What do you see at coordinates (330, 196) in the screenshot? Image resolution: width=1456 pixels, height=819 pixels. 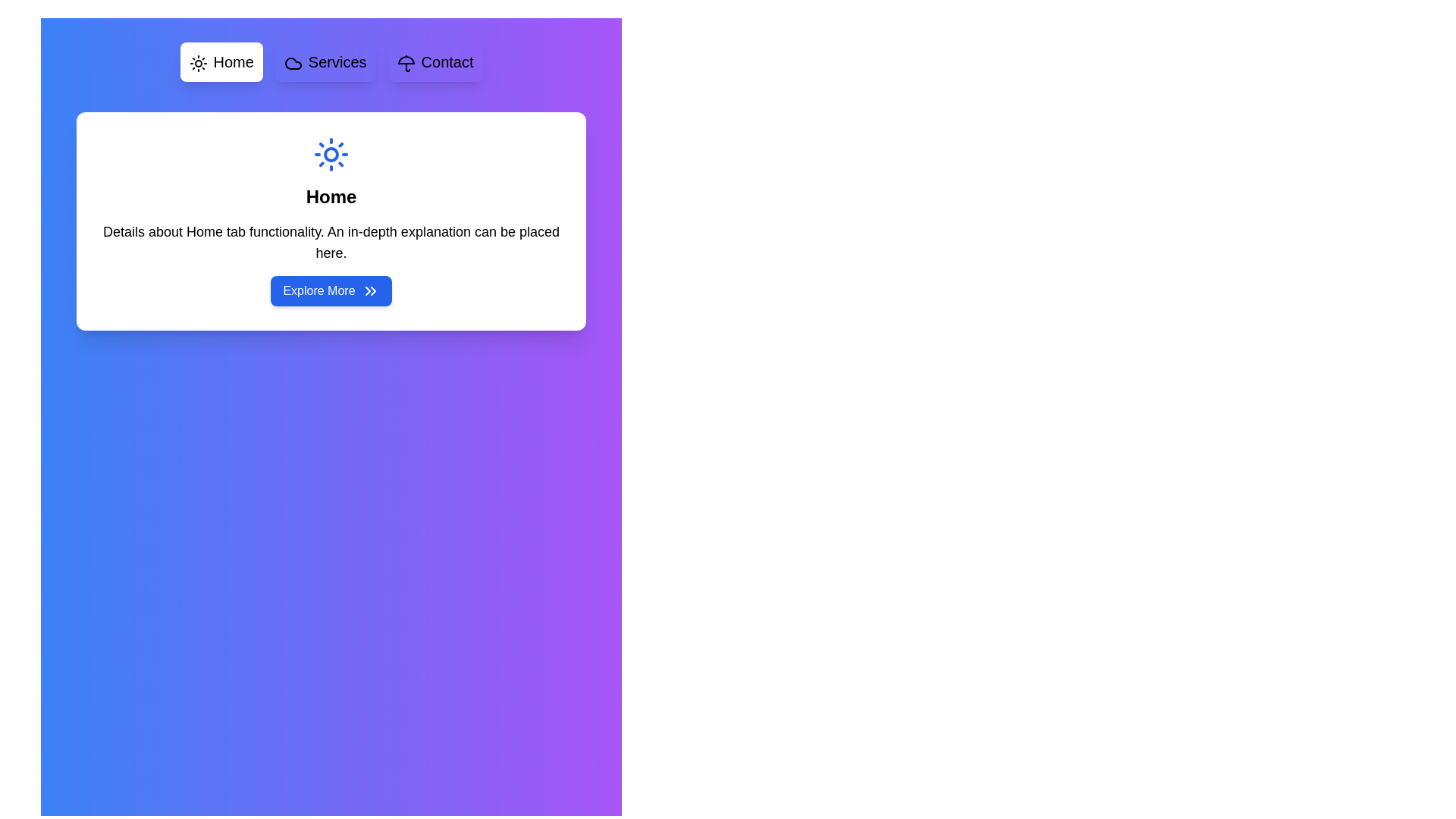 I see `the header text element that serves as the title for the section detailing the Home tab functionality, located below a sun-shaped icon and above the explanatory text` at bounding box center [330, 196].